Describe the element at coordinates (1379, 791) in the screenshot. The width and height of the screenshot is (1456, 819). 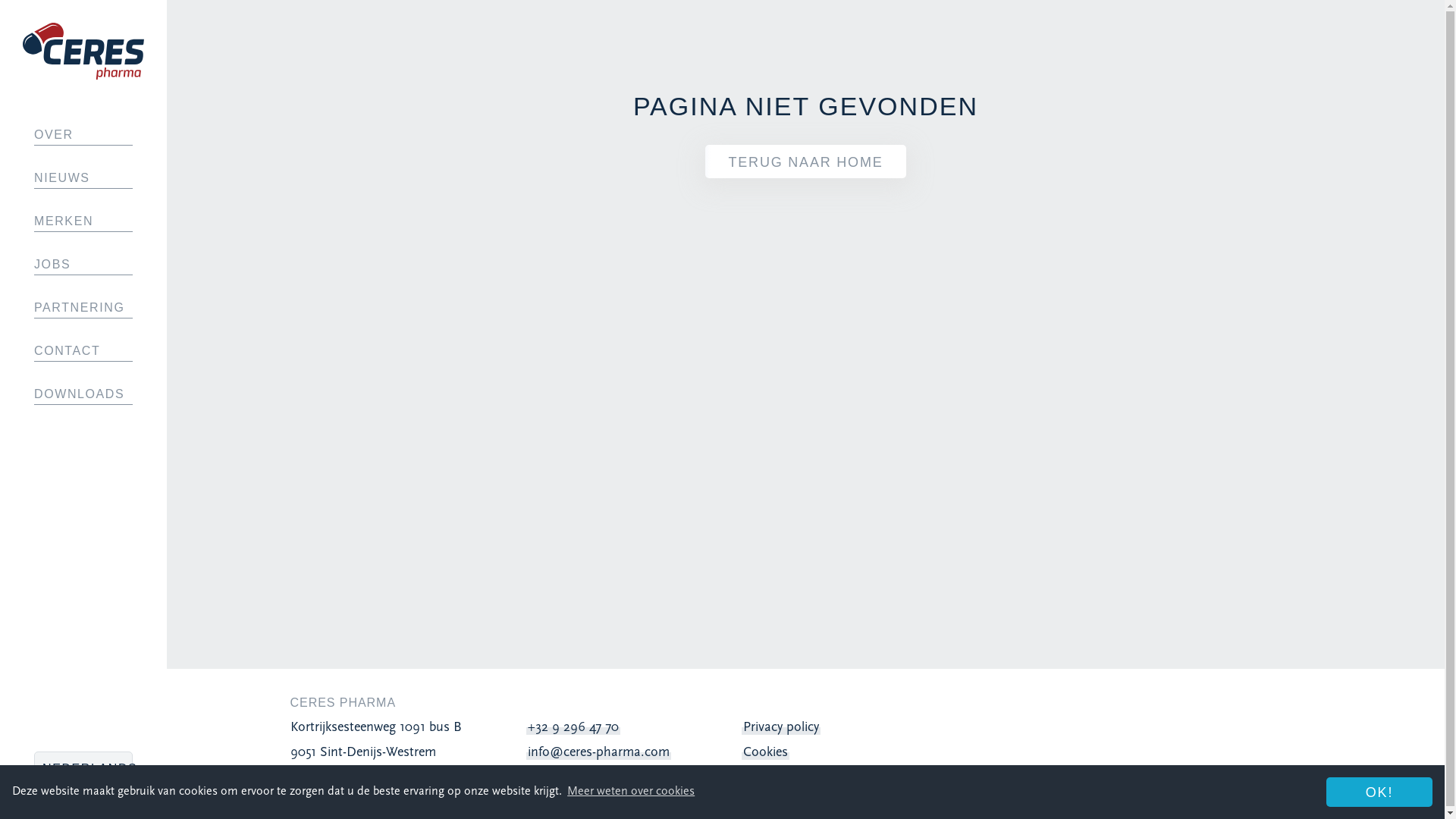
I see `'OK!'` at that location.